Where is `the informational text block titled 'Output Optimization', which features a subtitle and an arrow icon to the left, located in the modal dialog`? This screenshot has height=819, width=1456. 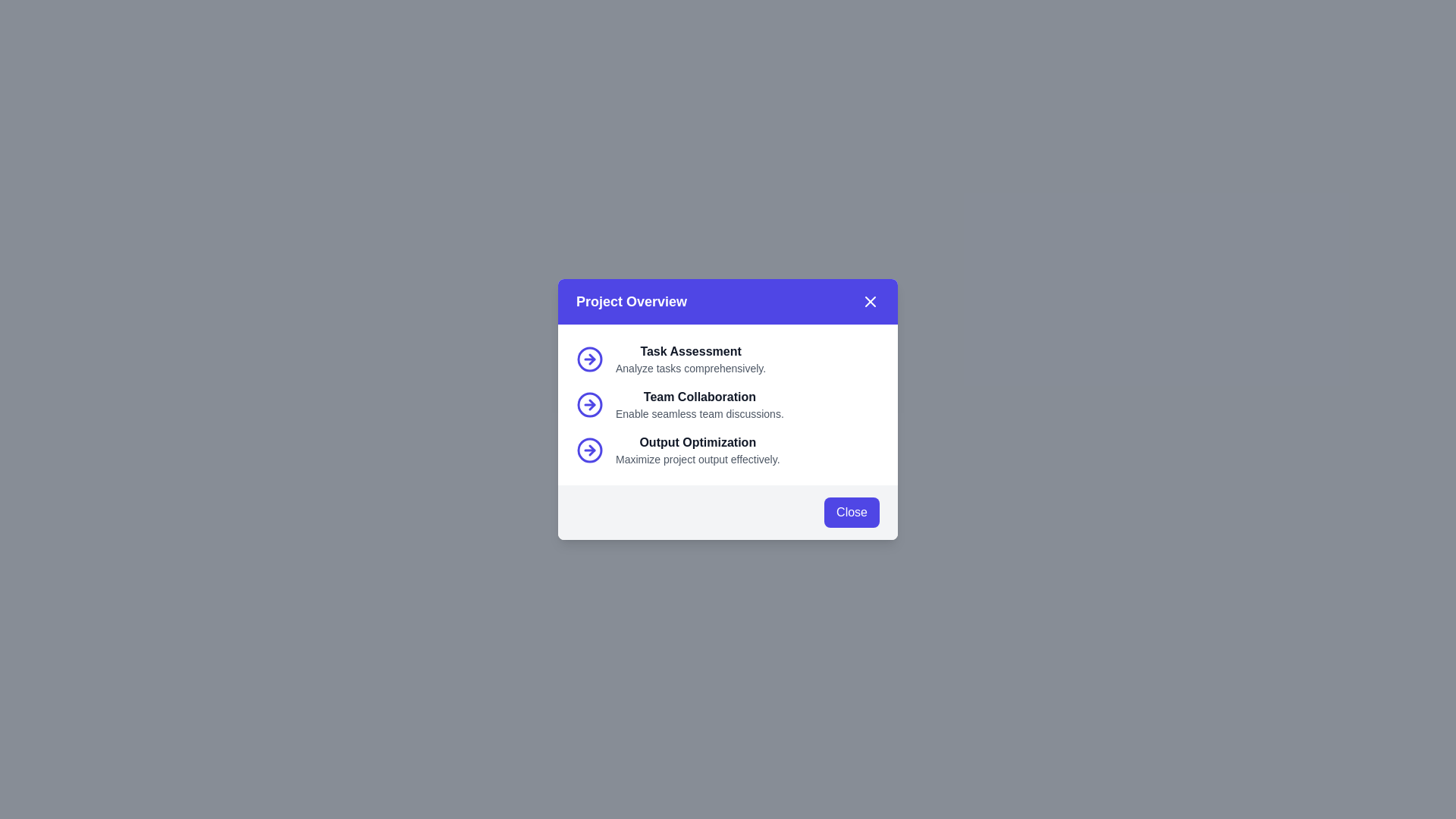 the informational text block titled 'Output Optimization', which features a subtitle and an arrow icon to the left, located in the modal dialog is located at coordinates (728, 450).